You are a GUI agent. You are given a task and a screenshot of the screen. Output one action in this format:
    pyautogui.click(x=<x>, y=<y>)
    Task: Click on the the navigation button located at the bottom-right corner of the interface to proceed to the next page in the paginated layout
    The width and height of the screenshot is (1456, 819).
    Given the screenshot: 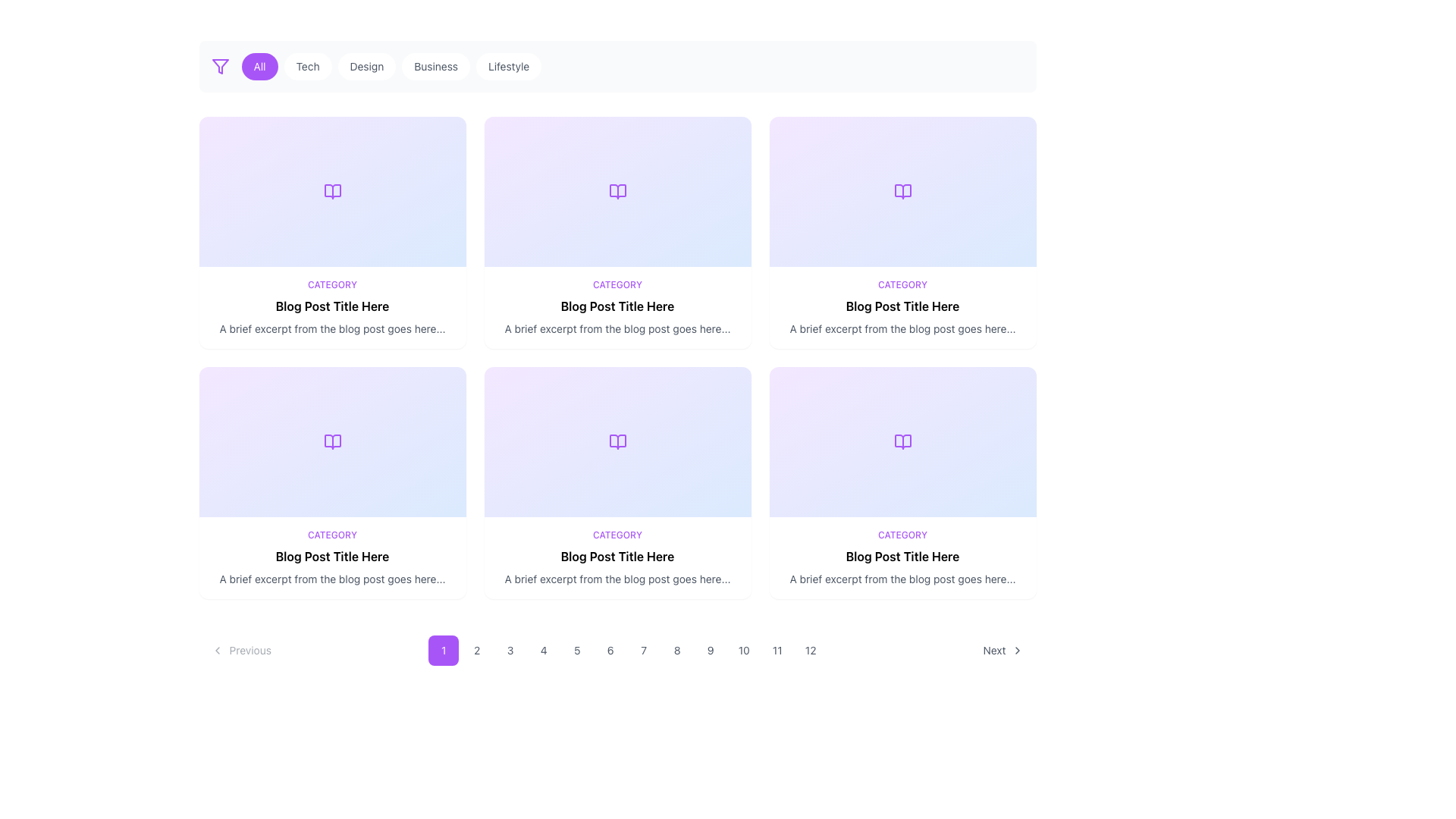 What is the action you would take?
    pyautogui.click(x=1003, y=649)
    